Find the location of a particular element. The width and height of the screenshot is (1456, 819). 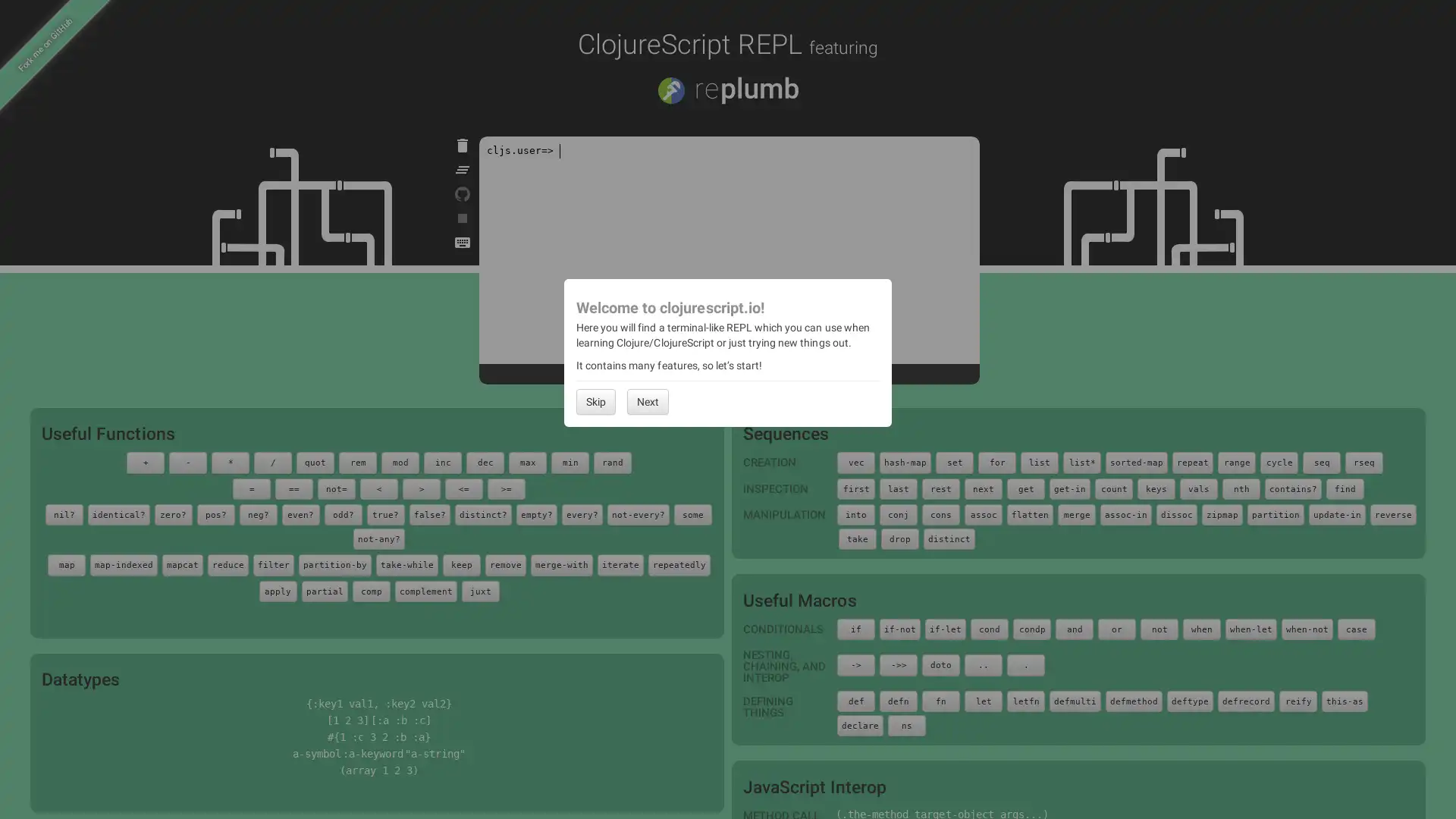

last is located at coordinates (899, 488).